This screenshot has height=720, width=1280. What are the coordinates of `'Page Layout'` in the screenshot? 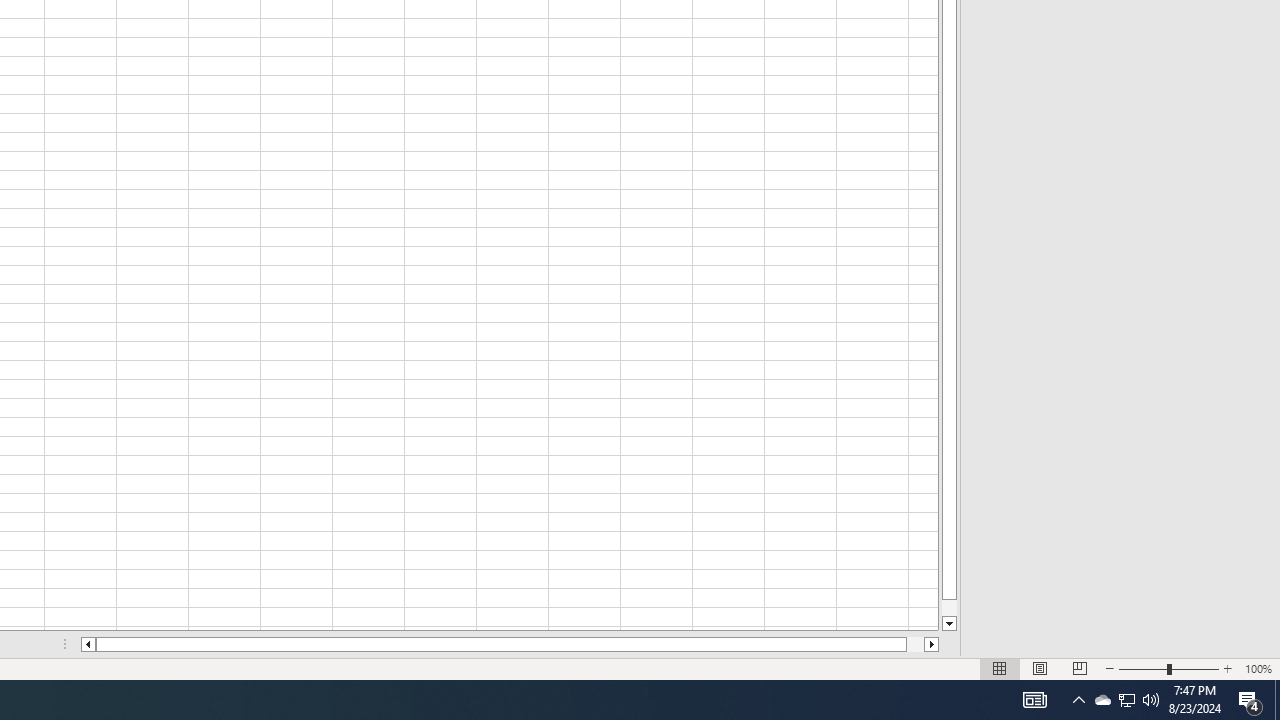 It's located at (1040, 669).